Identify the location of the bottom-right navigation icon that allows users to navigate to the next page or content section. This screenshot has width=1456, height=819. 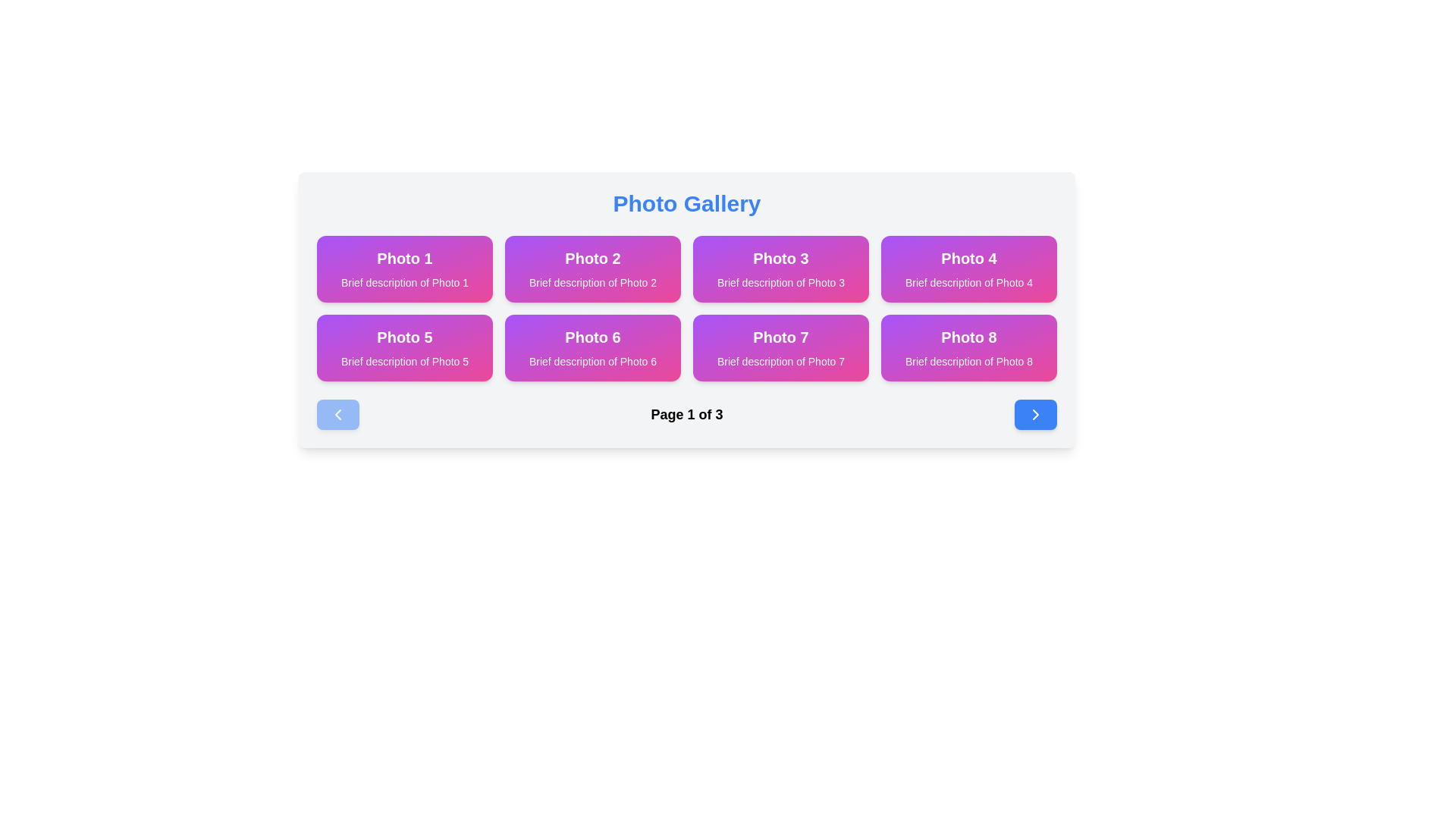
(1035, 415).